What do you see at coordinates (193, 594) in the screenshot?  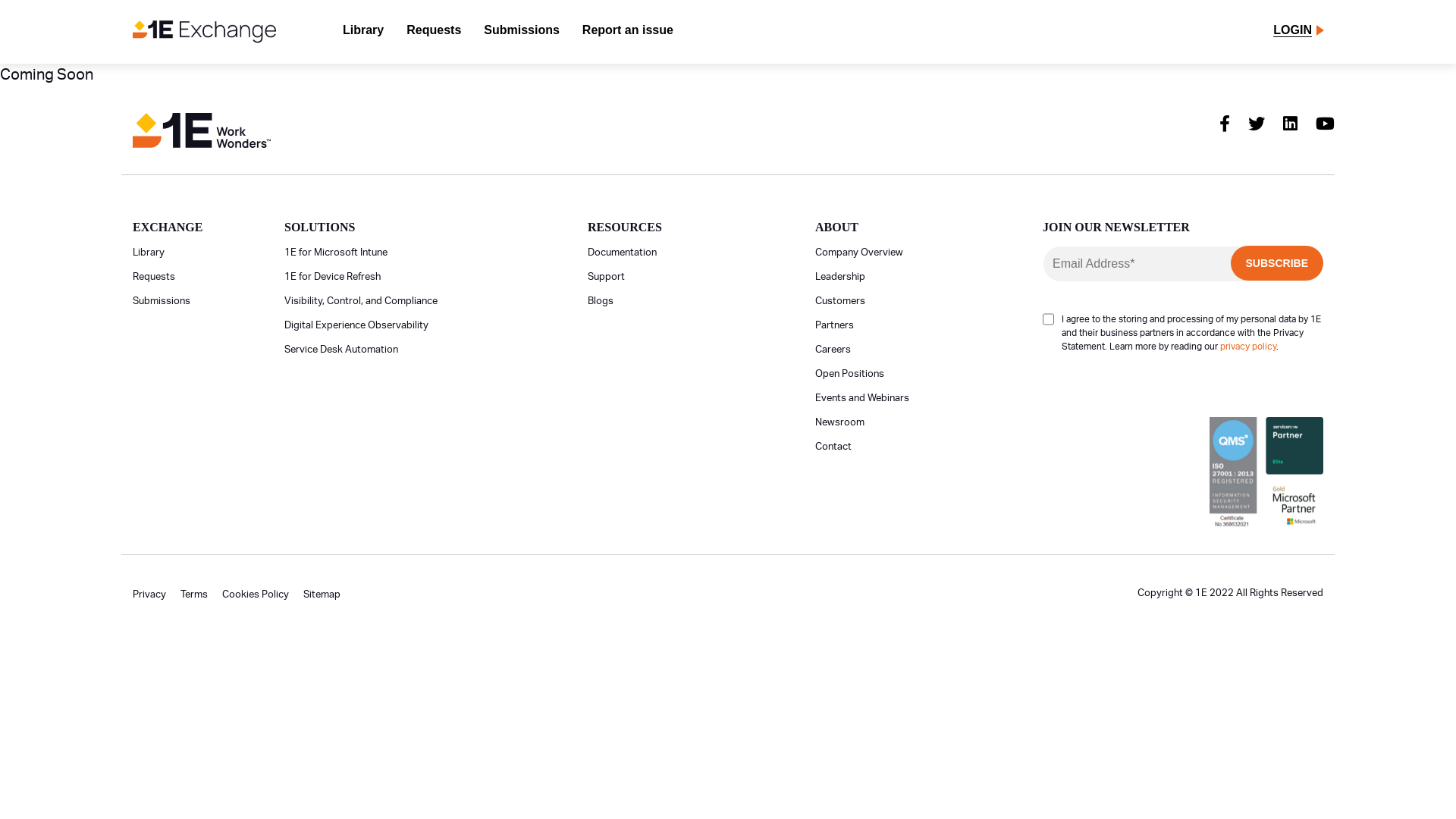 I see `'Terms'` at bounding box center [193, 594].